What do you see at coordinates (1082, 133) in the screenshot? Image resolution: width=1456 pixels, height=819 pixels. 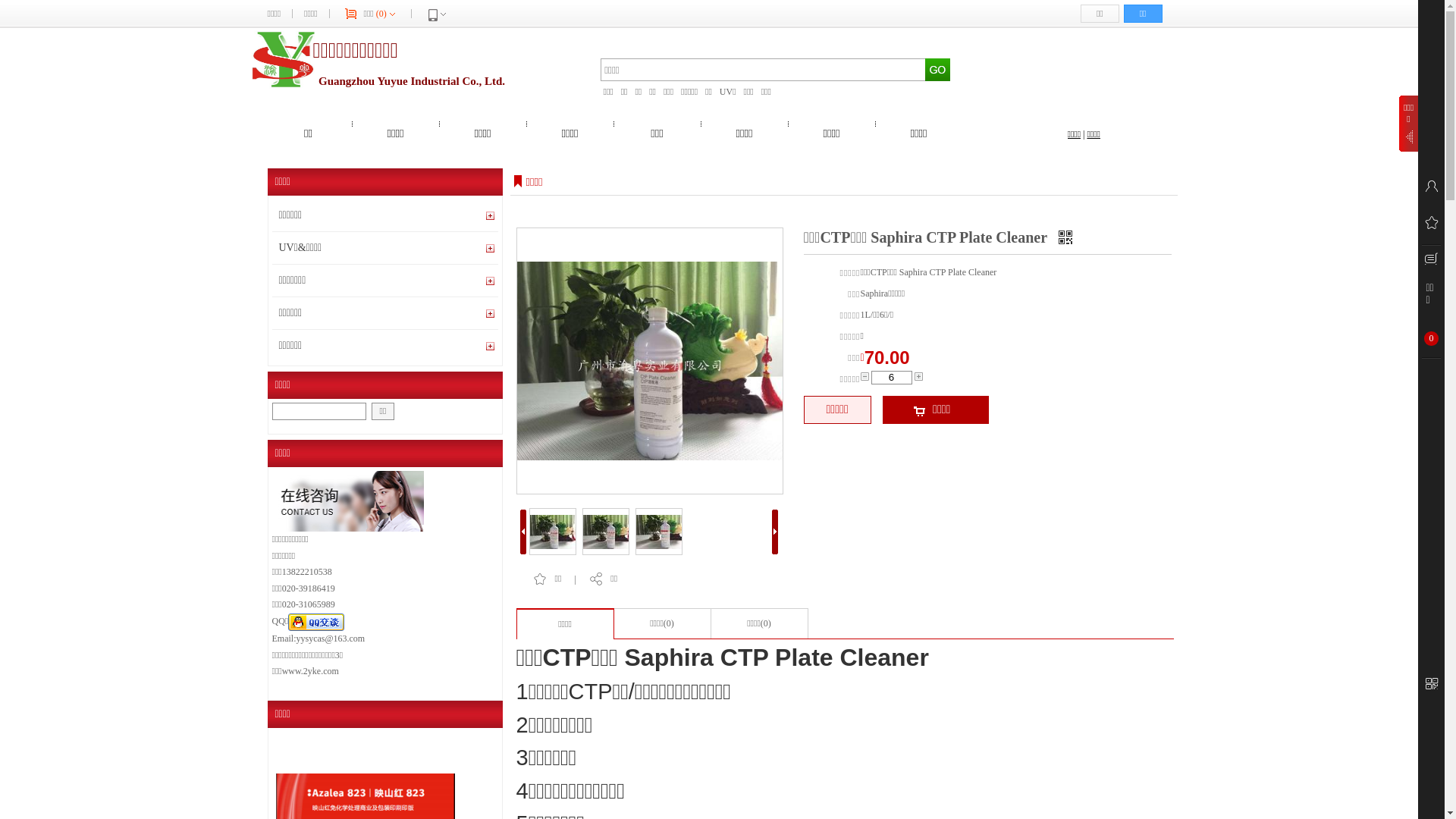 I see `'|'` at bounding box center [1082, 133].